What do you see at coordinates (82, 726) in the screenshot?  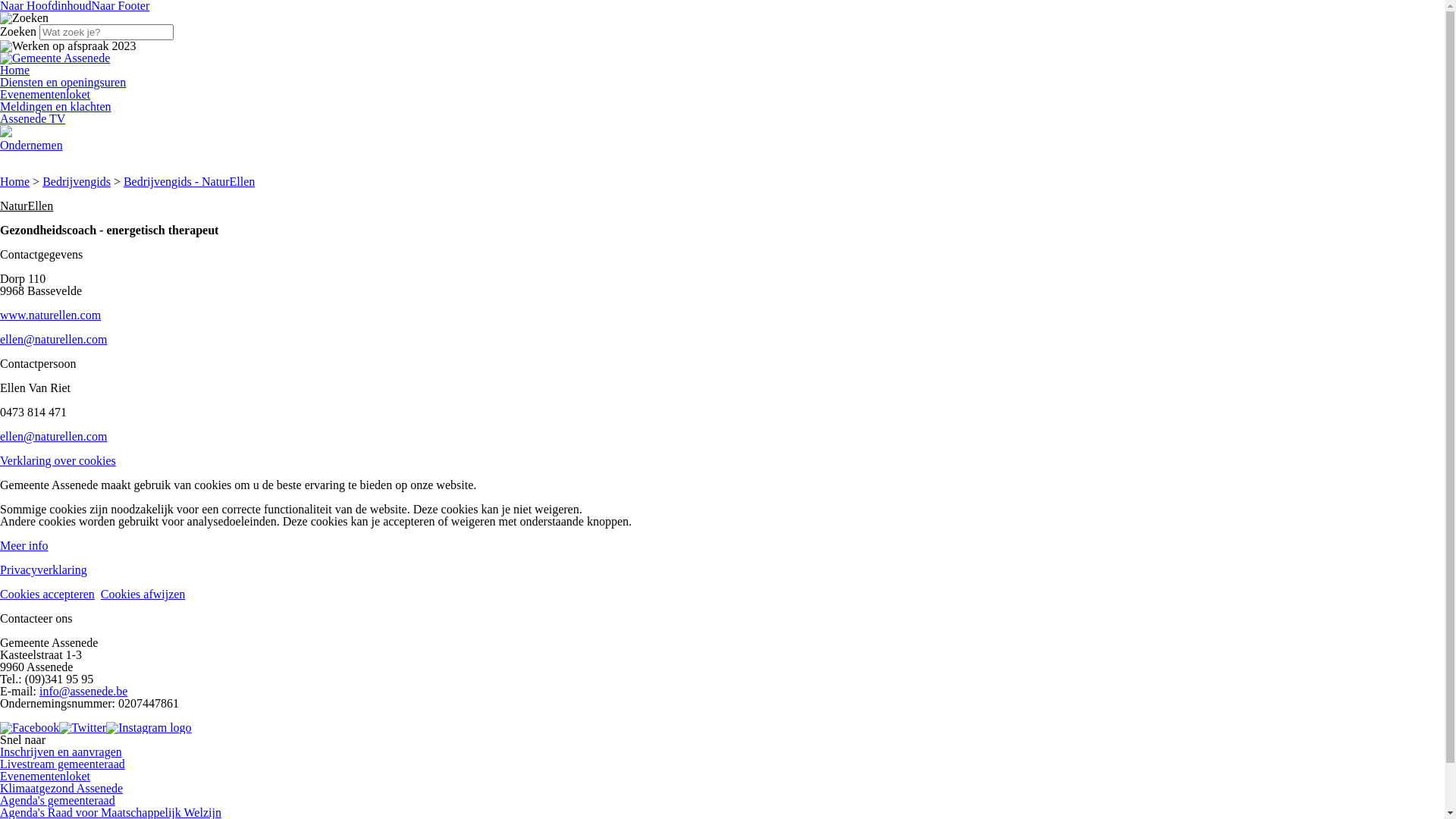 I see `'Twitter: @9960assenede'` at bounding box center [82, 726].